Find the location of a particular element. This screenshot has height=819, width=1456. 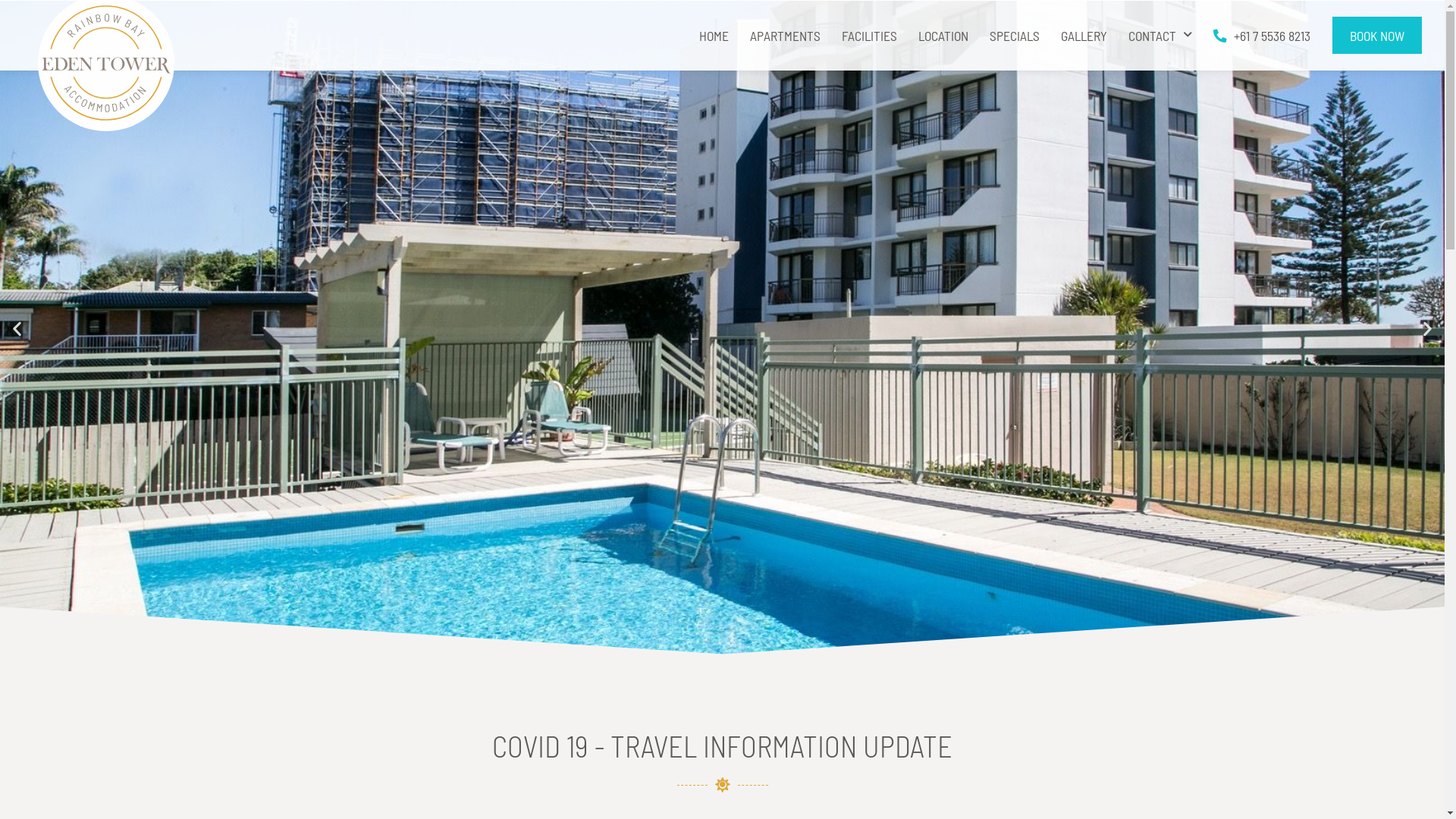

'SPECIALS' is located at coordinates (1015, 34).